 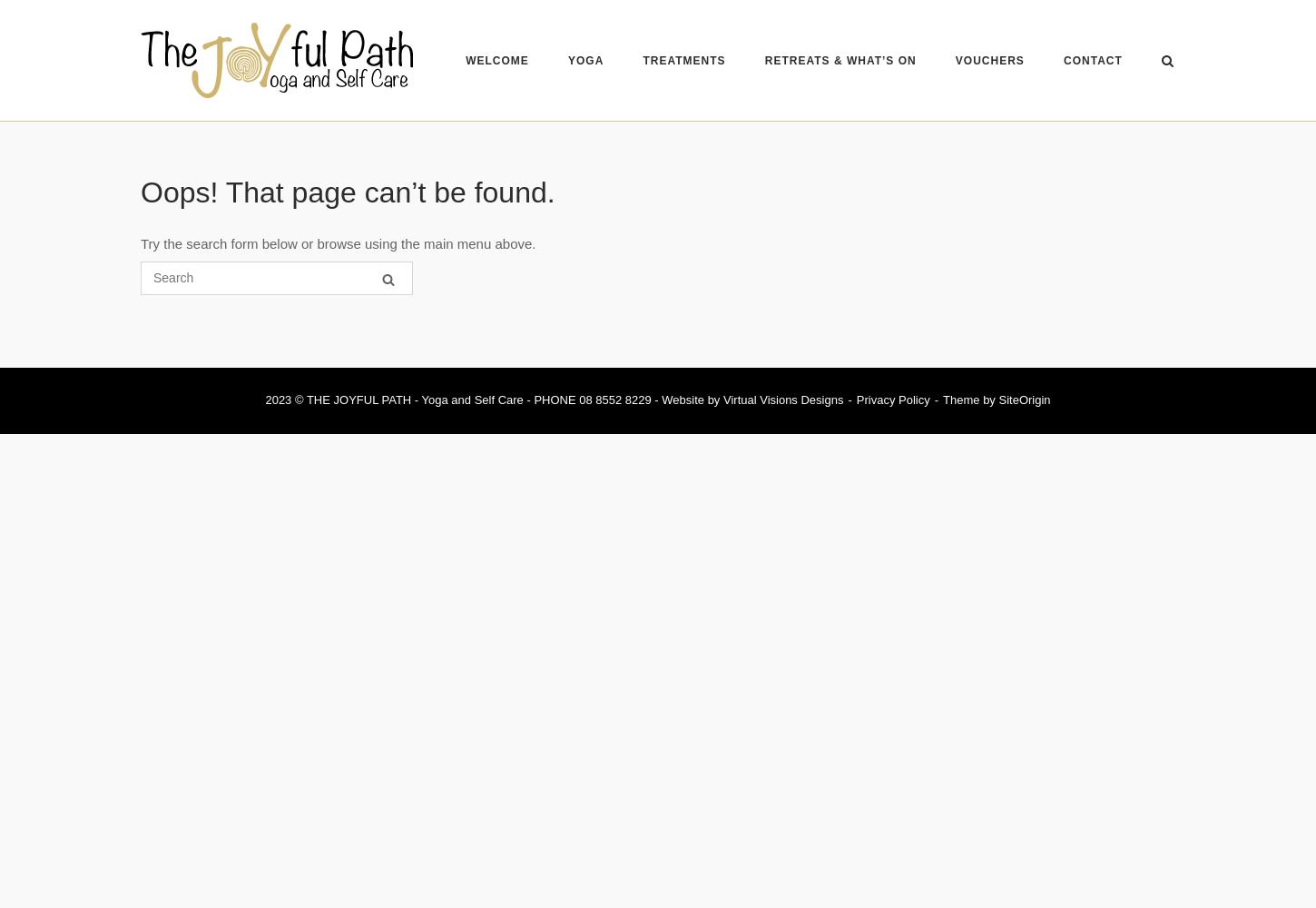 What do you see at coordinates (466, 59) in the screenshot?
I see `'WELCOME'` at bounding box center [466, 59].